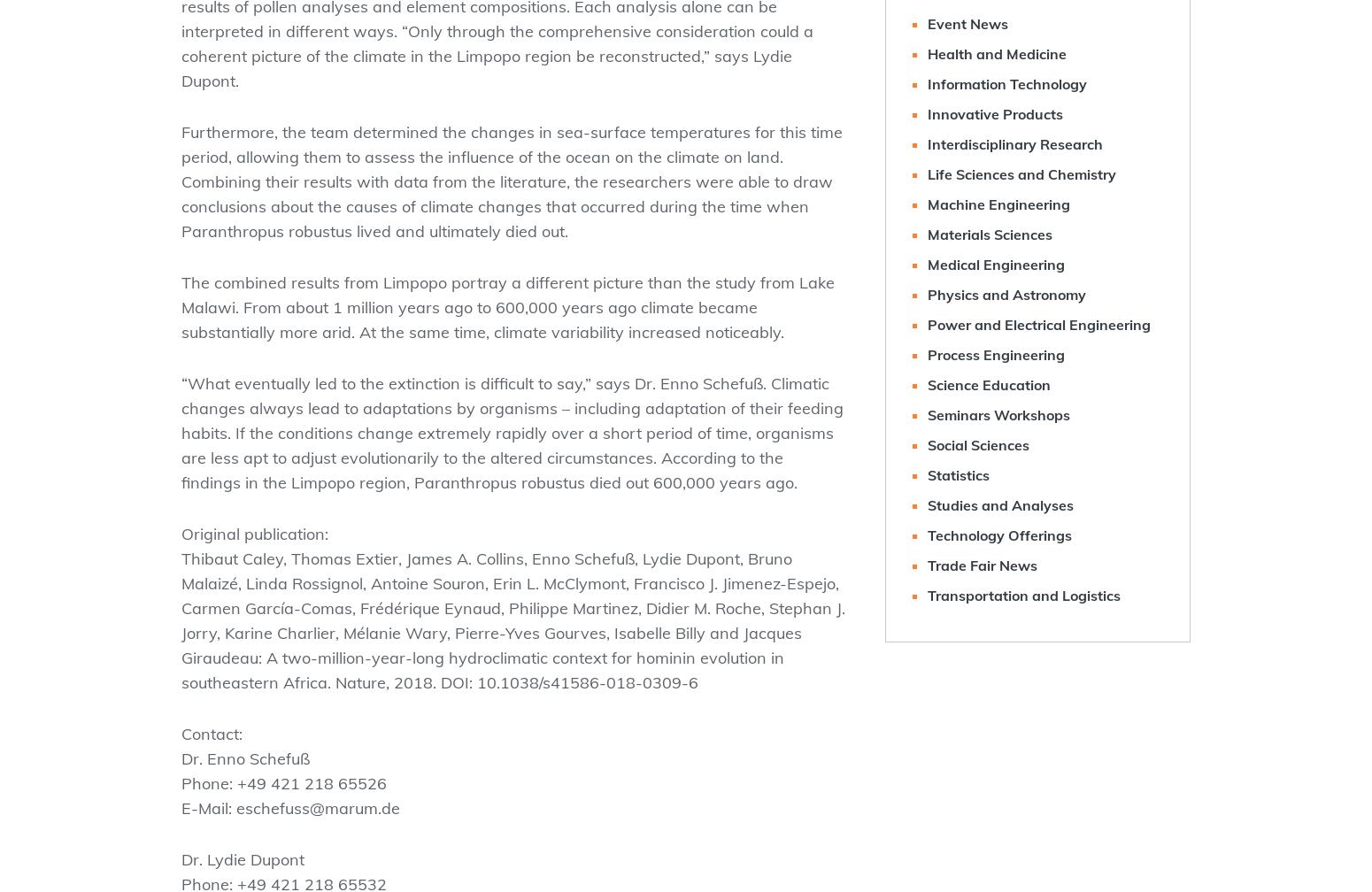  I want to click on 'Interdisciplinary Research', so click(1014, 143).